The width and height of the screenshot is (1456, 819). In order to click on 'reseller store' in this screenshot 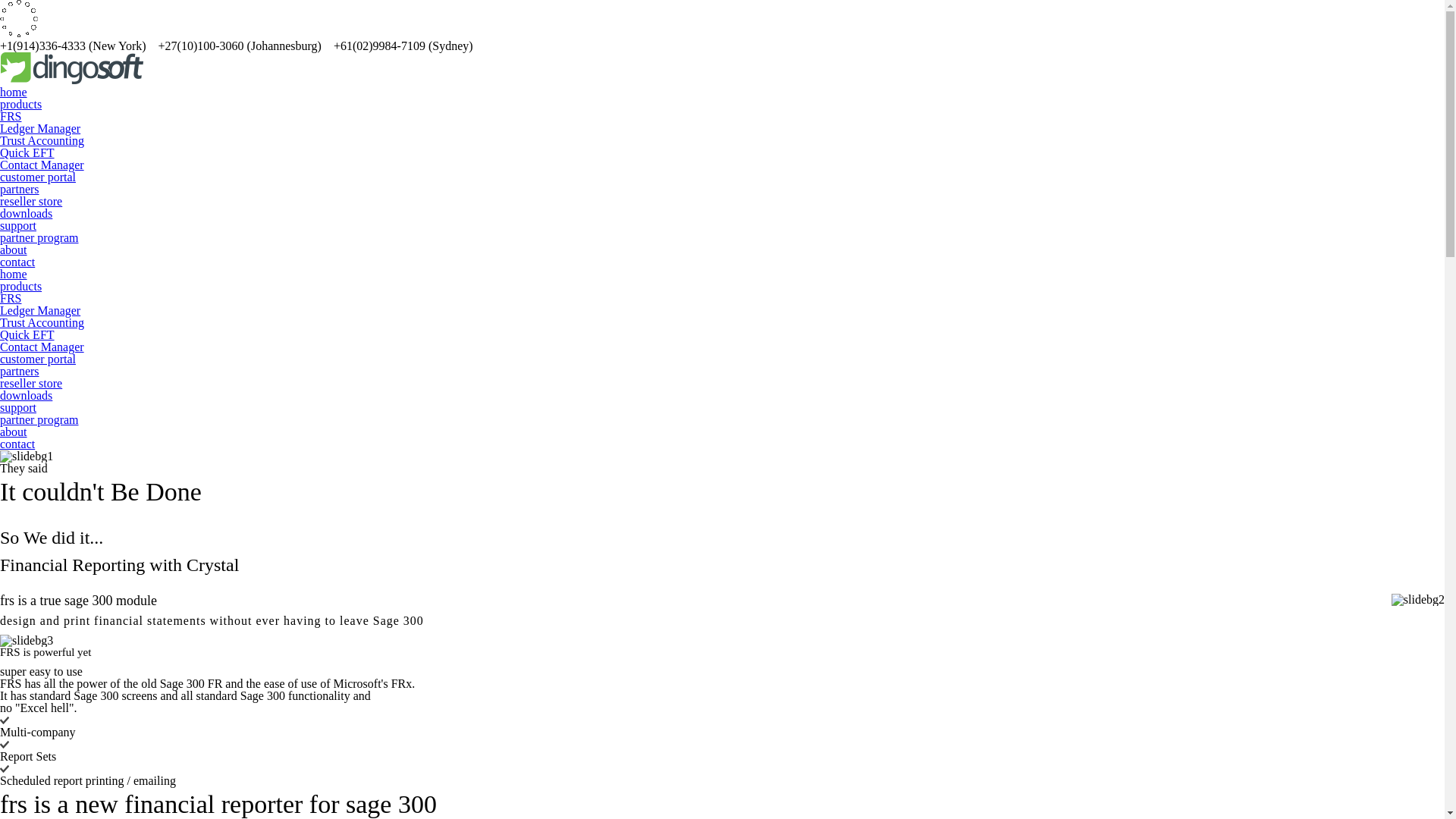, I will do `click(31, 382)`.